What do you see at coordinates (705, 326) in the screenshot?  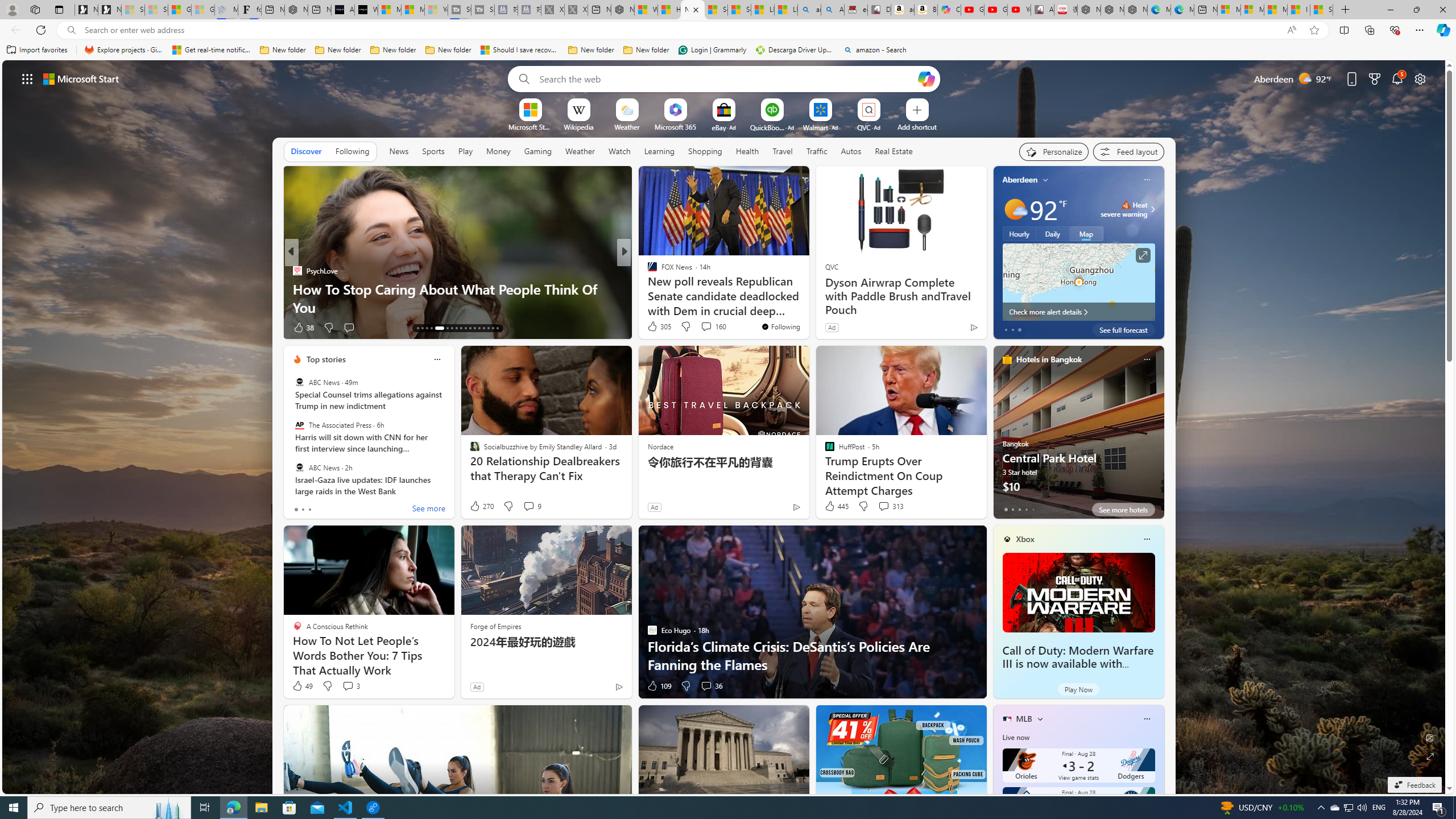 I see `'View comments 160 Comment'` at bounding box center [705, 326].